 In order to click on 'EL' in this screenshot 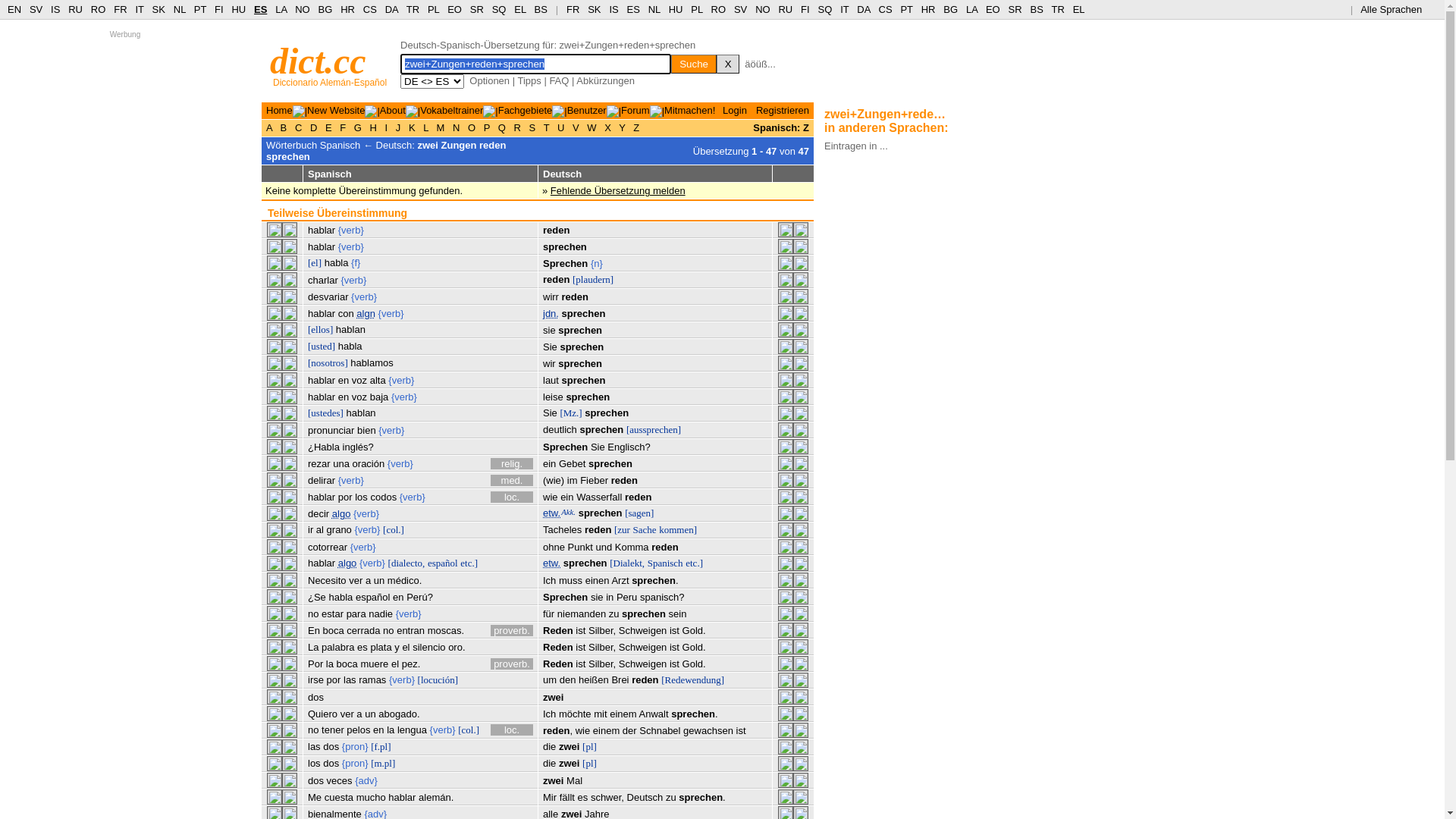, I will do `click(519, 9)`.